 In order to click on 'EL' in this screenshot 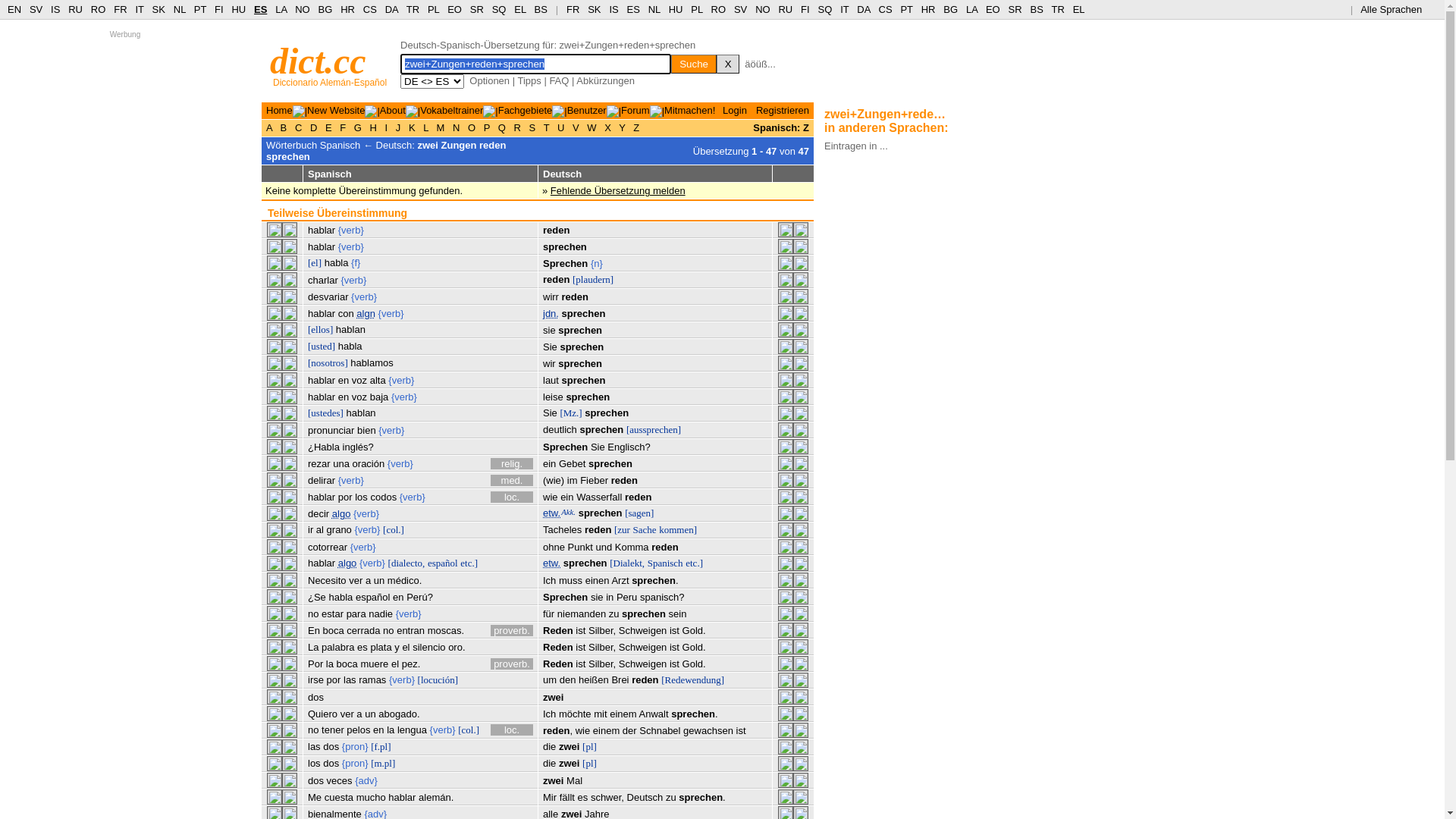, I will do `click(519, 9)`.